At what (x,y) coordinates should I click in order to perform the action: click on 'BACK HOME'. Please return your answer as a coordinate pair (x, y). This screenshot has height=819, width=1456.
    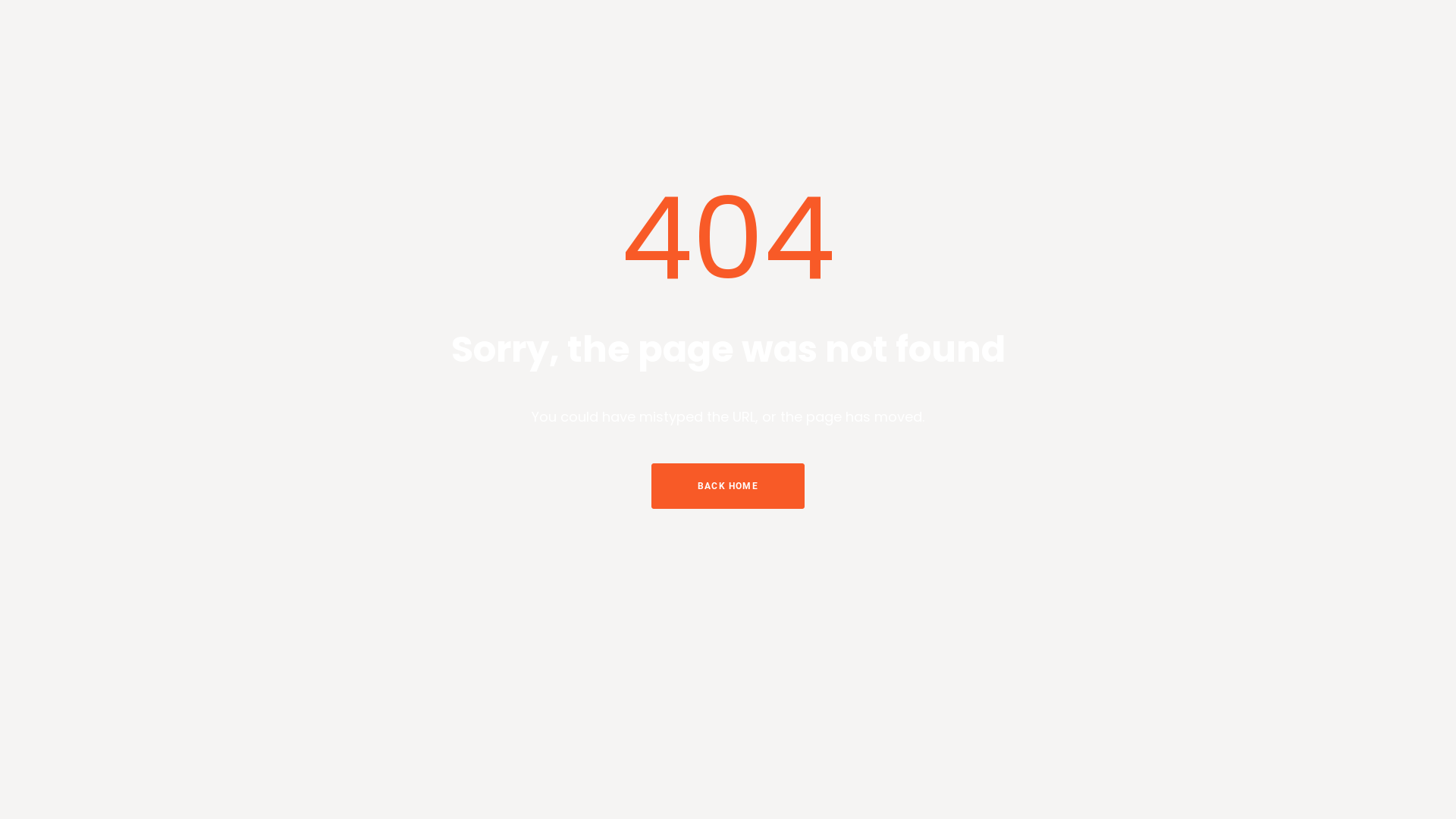
    Looking at the image, I should click on (728, 485).